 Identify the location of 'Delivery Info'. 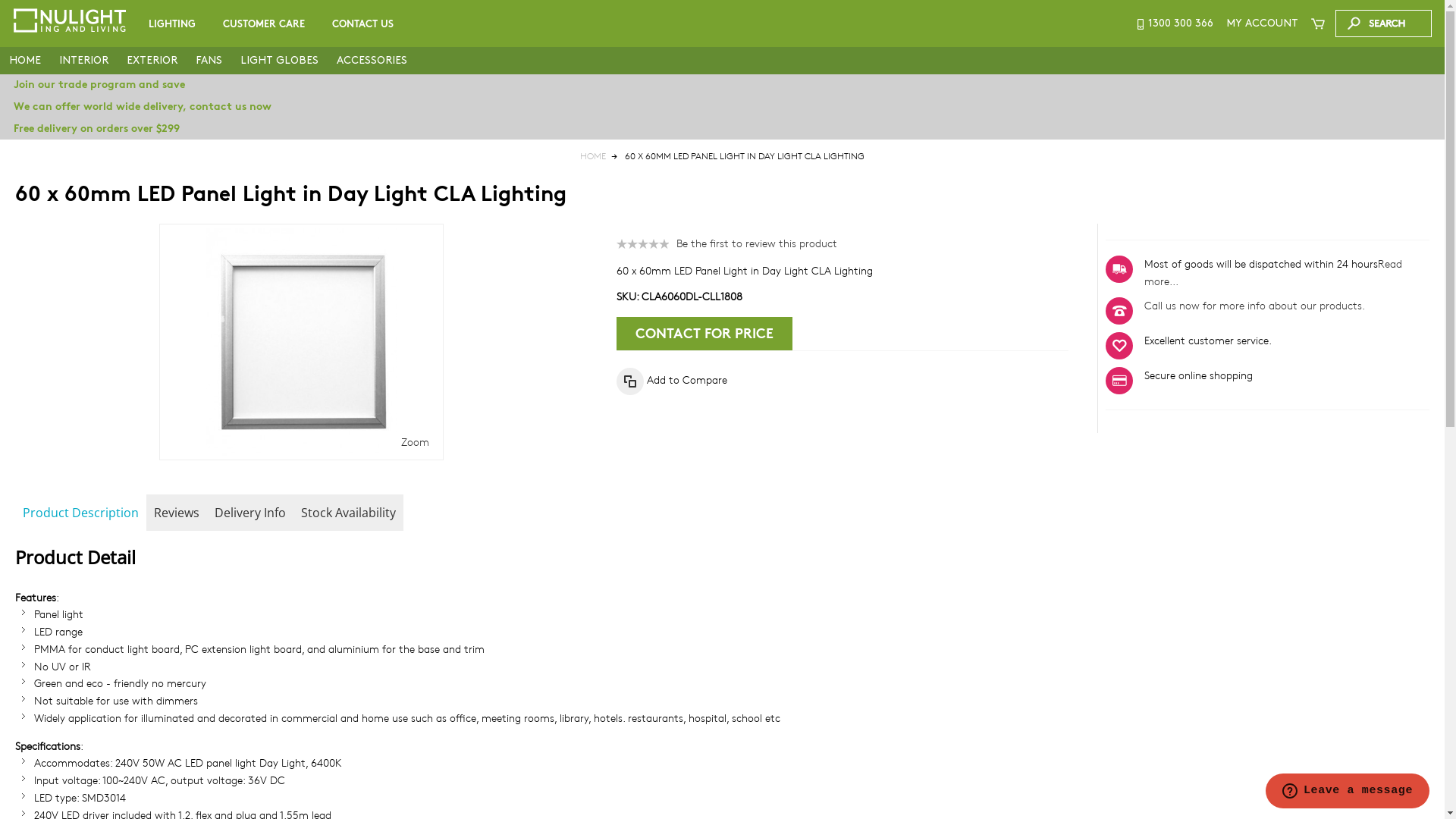
(250, 512).